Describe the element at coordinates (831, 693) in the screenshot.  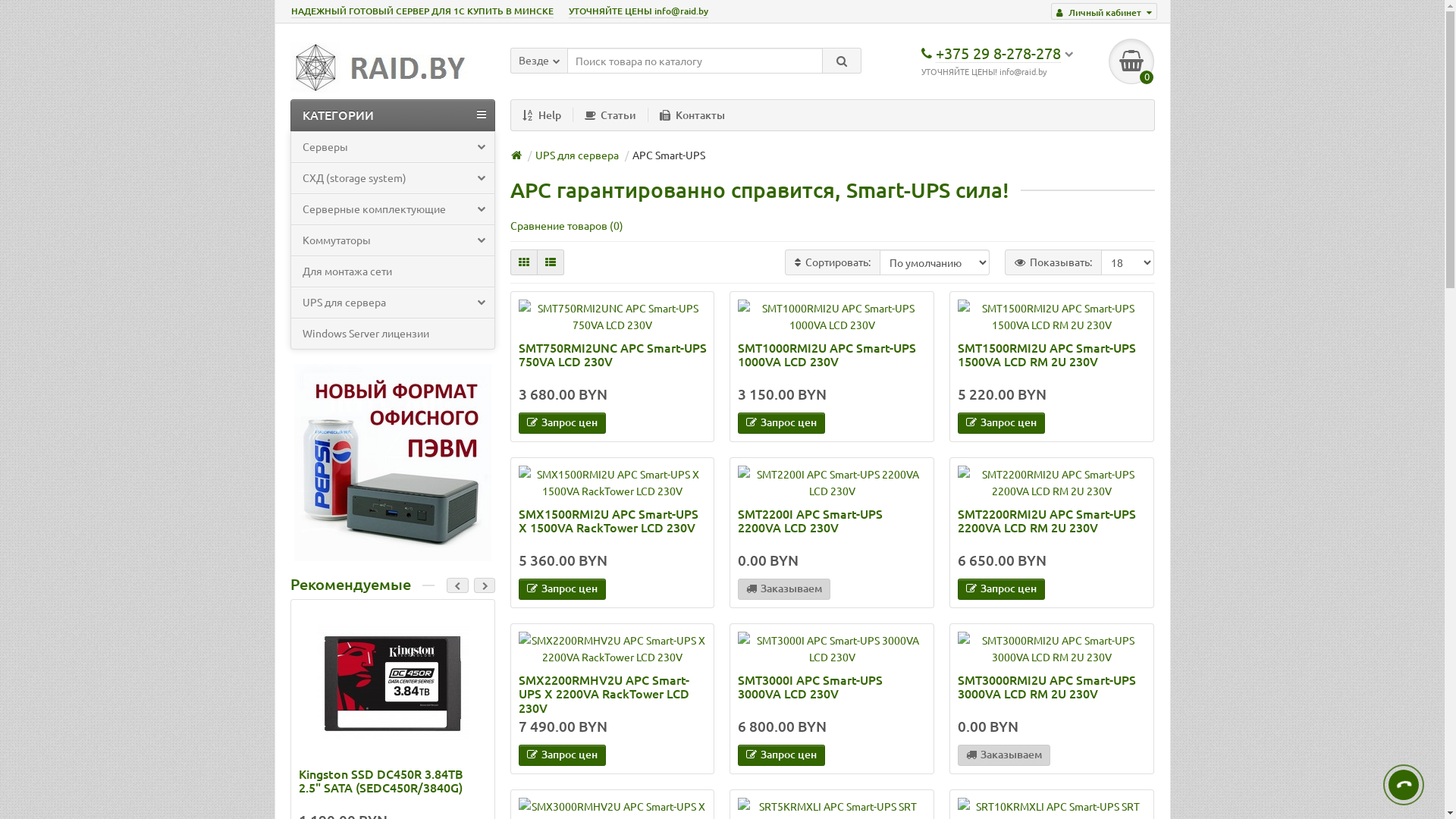
I see `'SMT3000I APC Smart-UPS 3000VA LCD 230V'` at that location.